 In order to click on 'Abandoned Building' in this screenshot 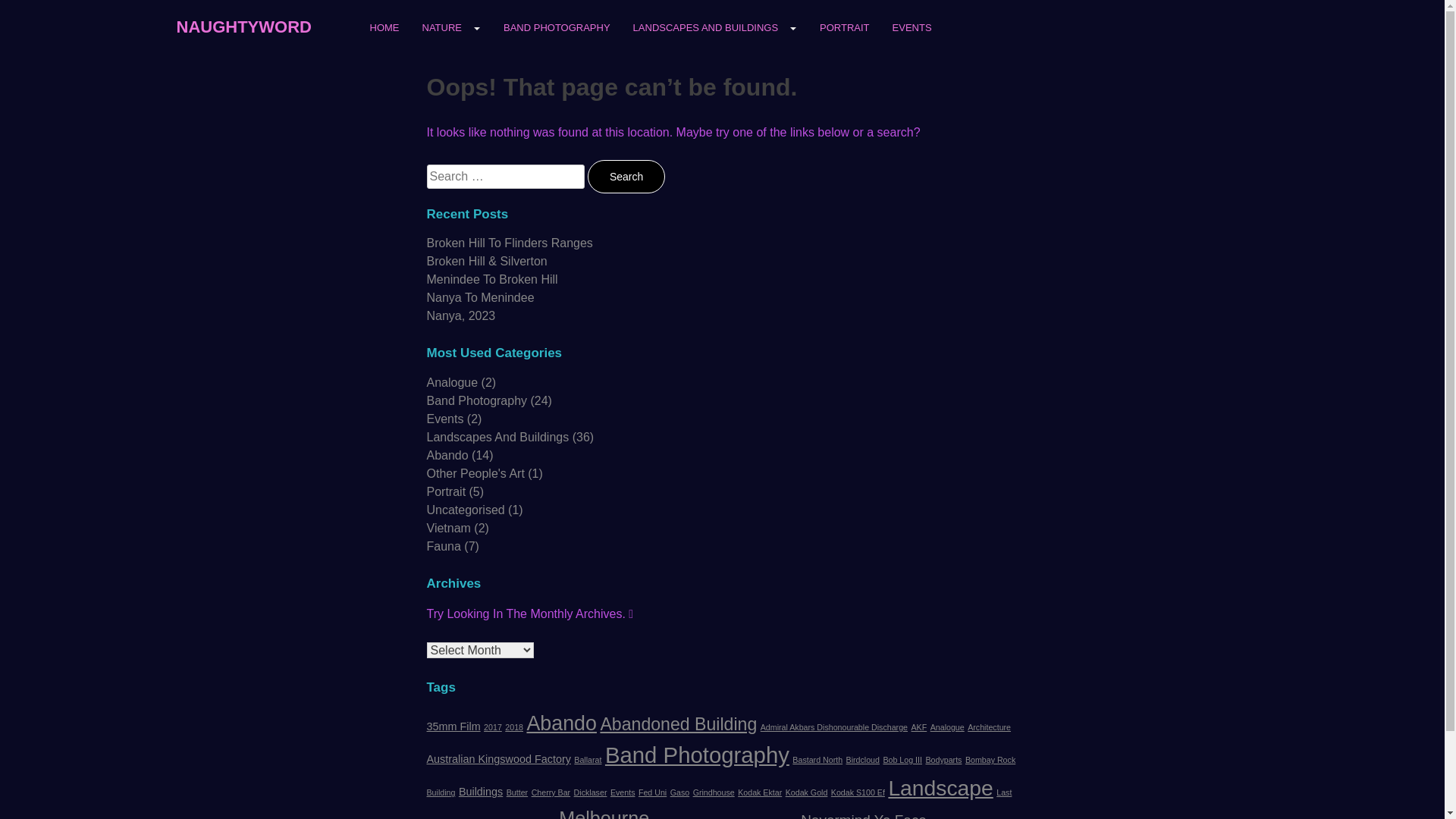, I will do `click(677, 723)`.